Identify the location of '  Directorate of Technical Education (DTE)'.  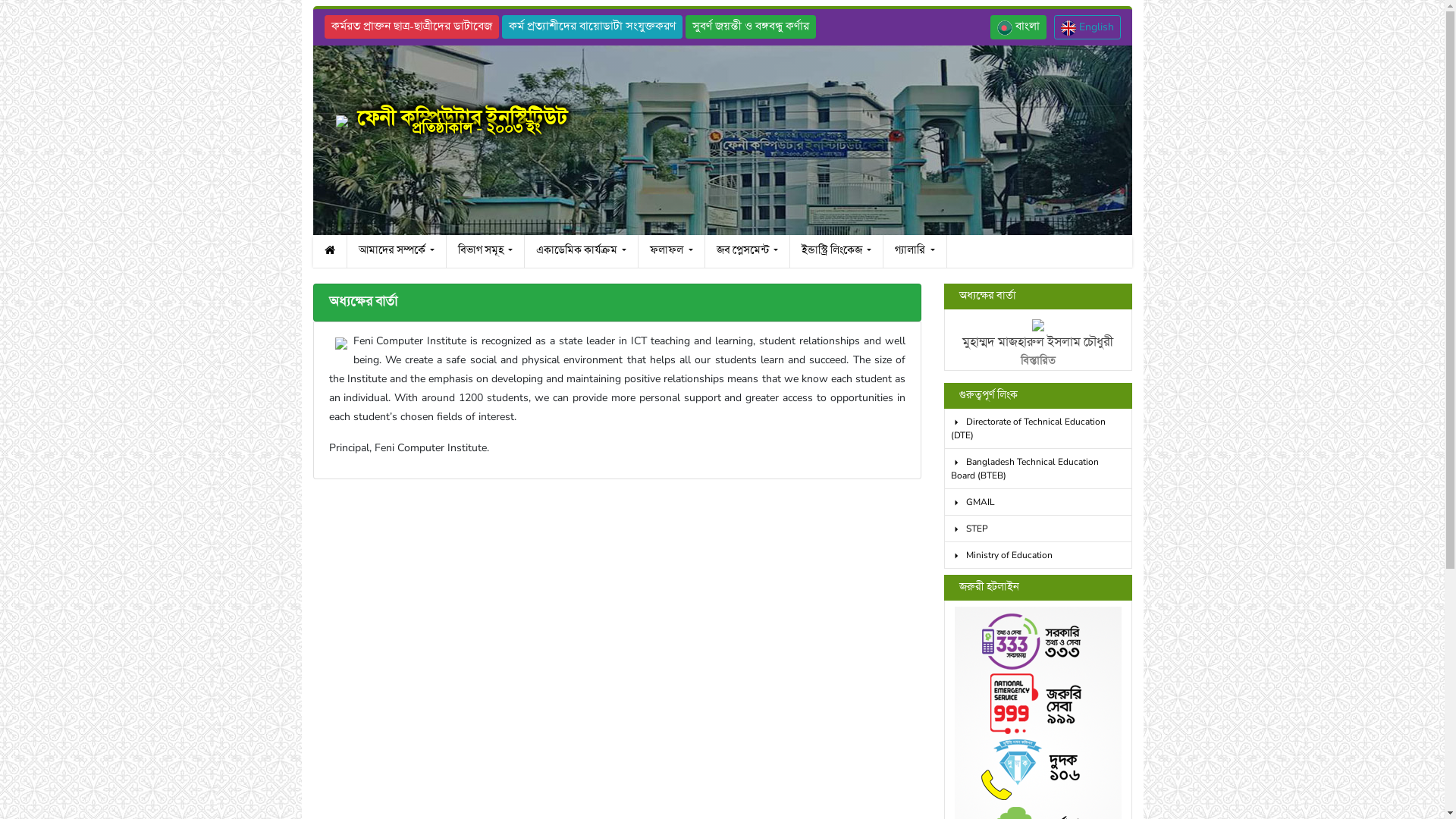
(943, 428).